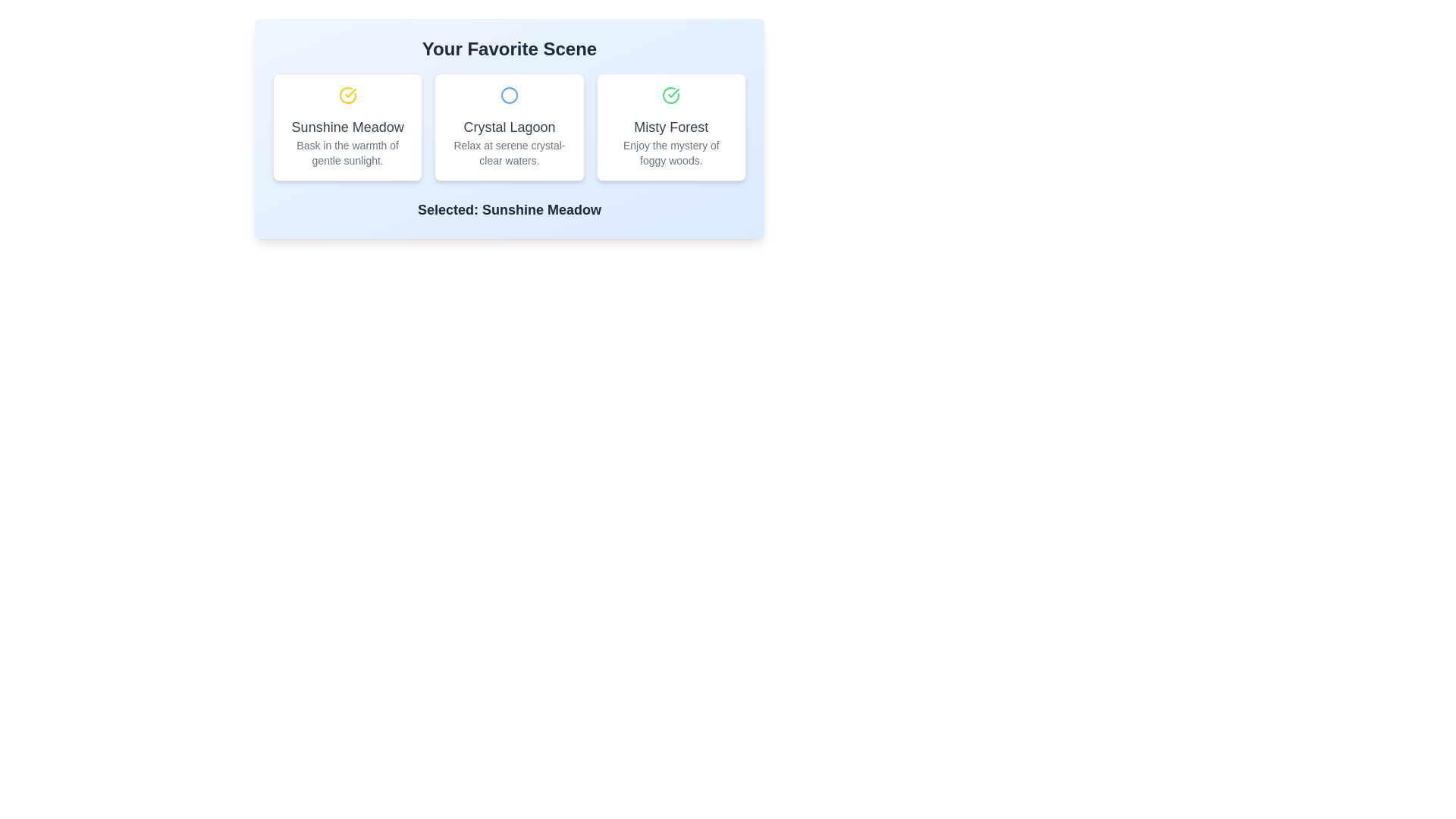 This screenshot has width=1456, height=819. Describe the element at coordinates (670, 152) in the screenshot. I see `descriptive text located at the bottom of the 'Misty Forest' card, which provides additional context about the selection` at that location.